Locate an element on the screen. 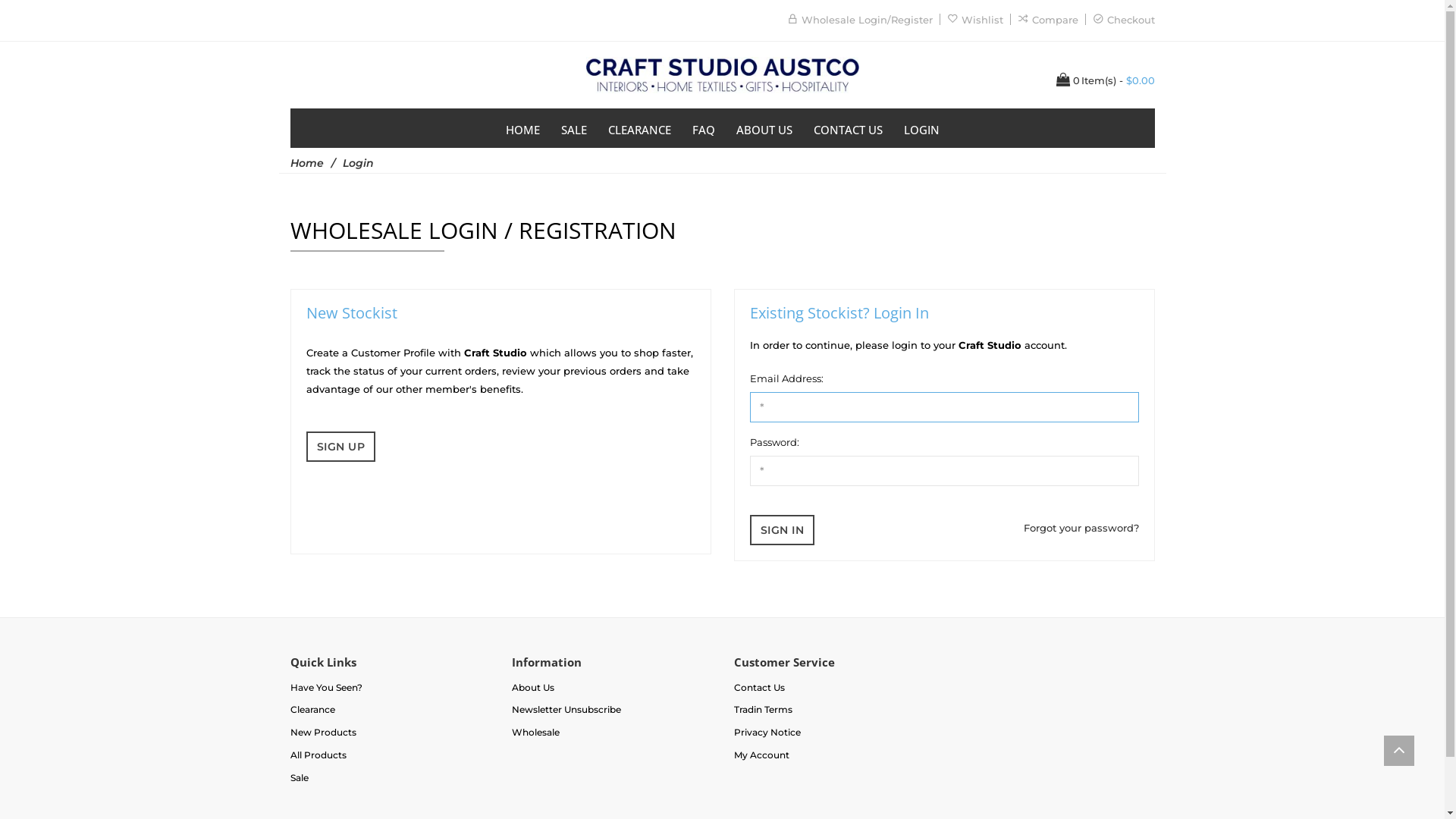 This screenshot has height=819, width=1456. 'My Account' is located at coordinates (734, 755).